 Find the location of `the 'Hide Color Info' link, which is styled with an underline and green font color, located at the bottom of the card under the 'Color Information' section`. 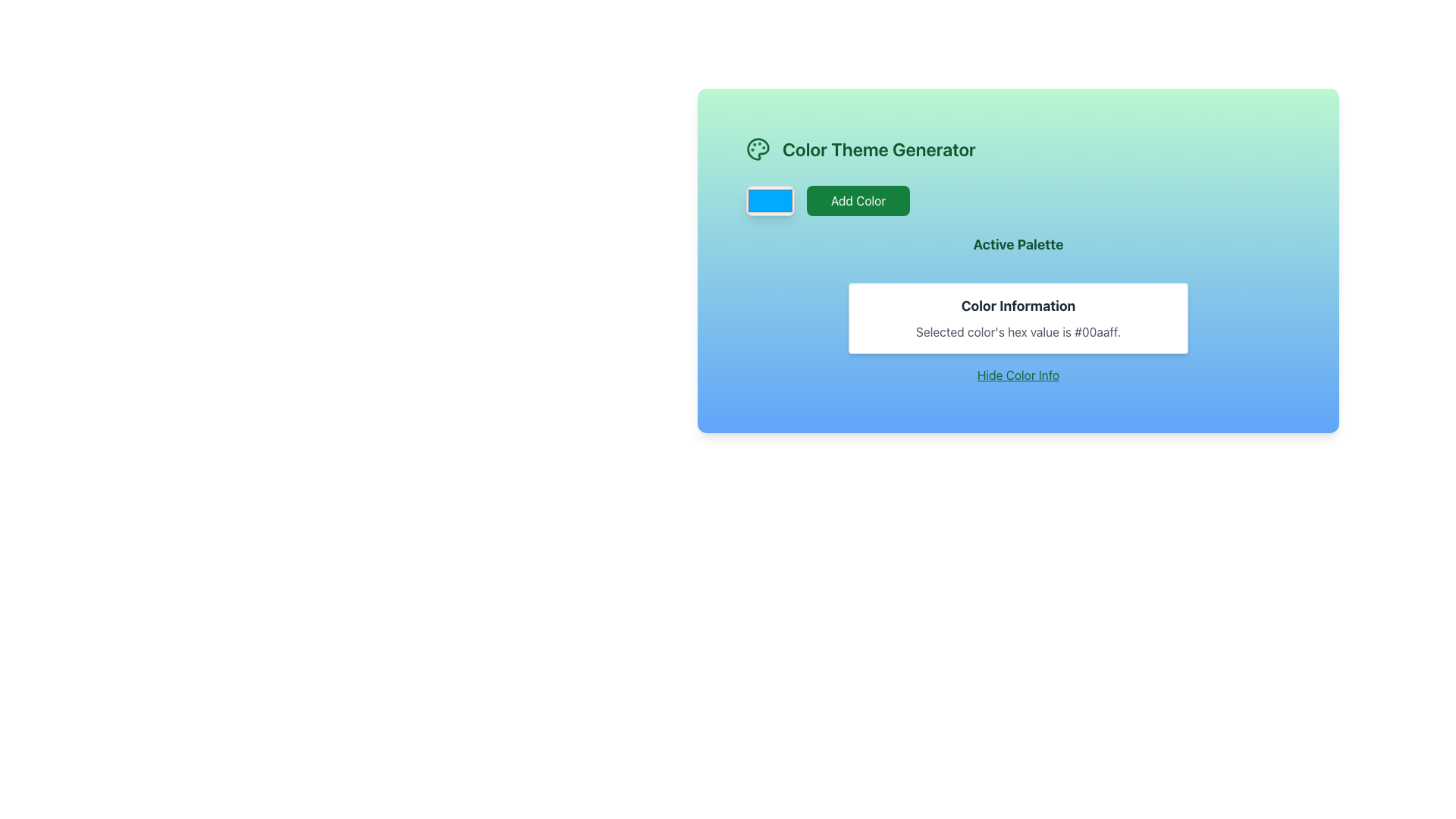

the 'Hide Color Info' link, which is styled with an underline and green font color, located at the bottom of the card under the 'Color Information' section is located at coordinates (1018, 375).